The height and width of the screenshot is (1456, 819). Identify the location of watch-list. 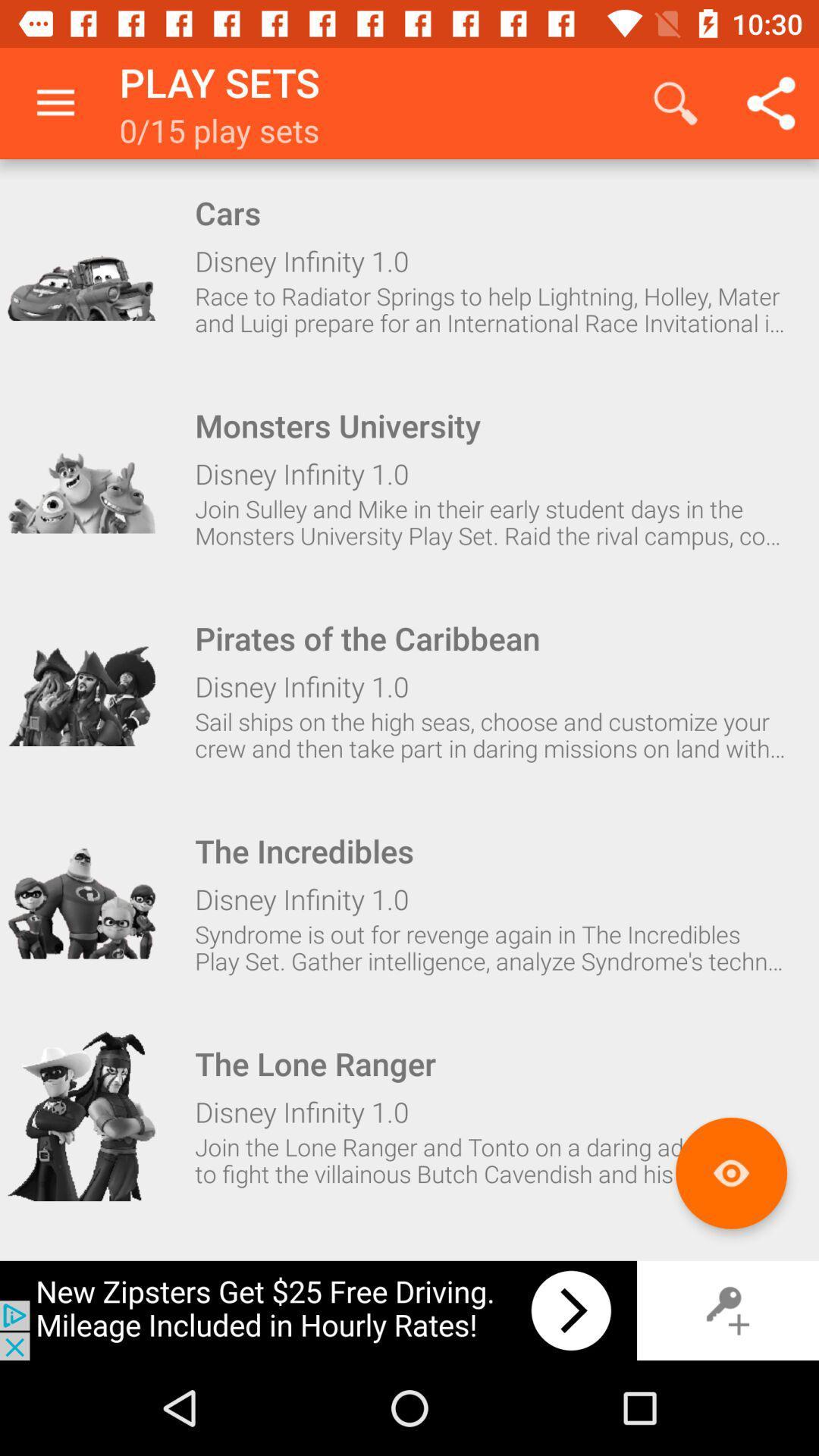
(730, 1172).